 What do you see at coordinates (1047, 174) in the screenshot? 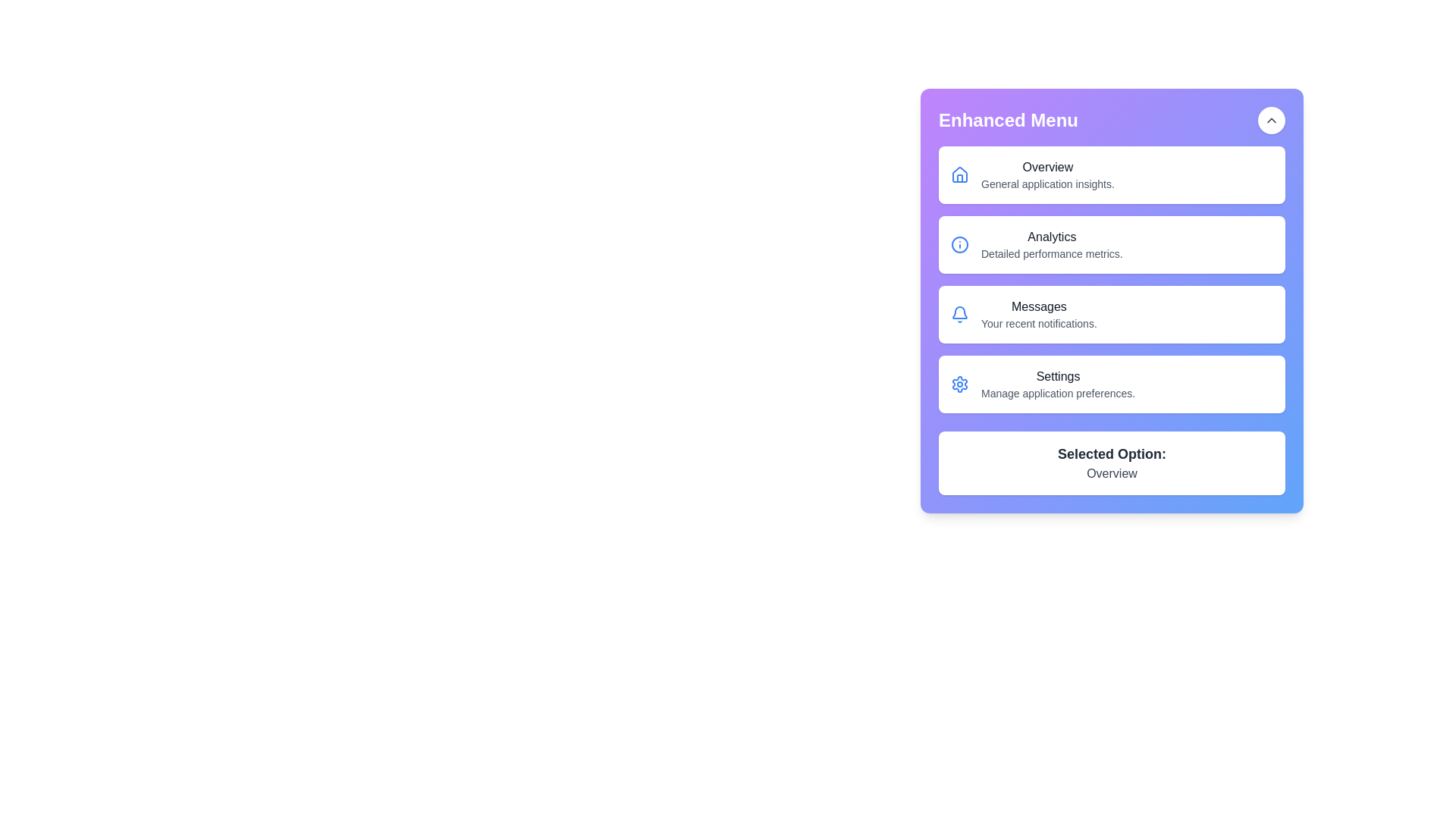
I see `the first menu item below the 'Enhanced Menu' heading` at bounding box center [1047, 174].